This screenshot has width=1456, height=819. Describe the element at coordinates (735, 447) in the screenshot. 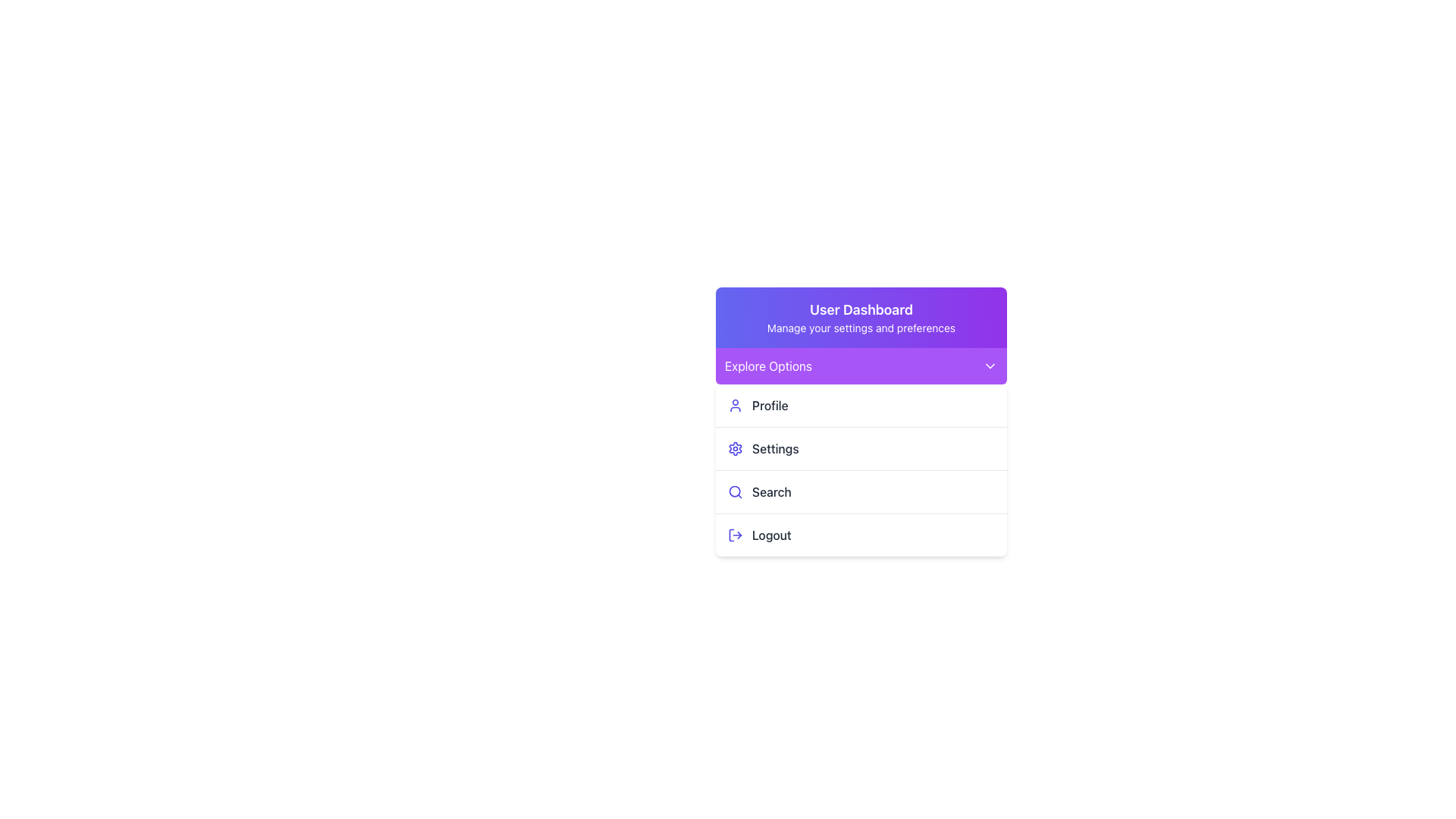

I see `the cogwheel icon representing the settings symbol in the 'Explore Options' dropdown menu` at that location.